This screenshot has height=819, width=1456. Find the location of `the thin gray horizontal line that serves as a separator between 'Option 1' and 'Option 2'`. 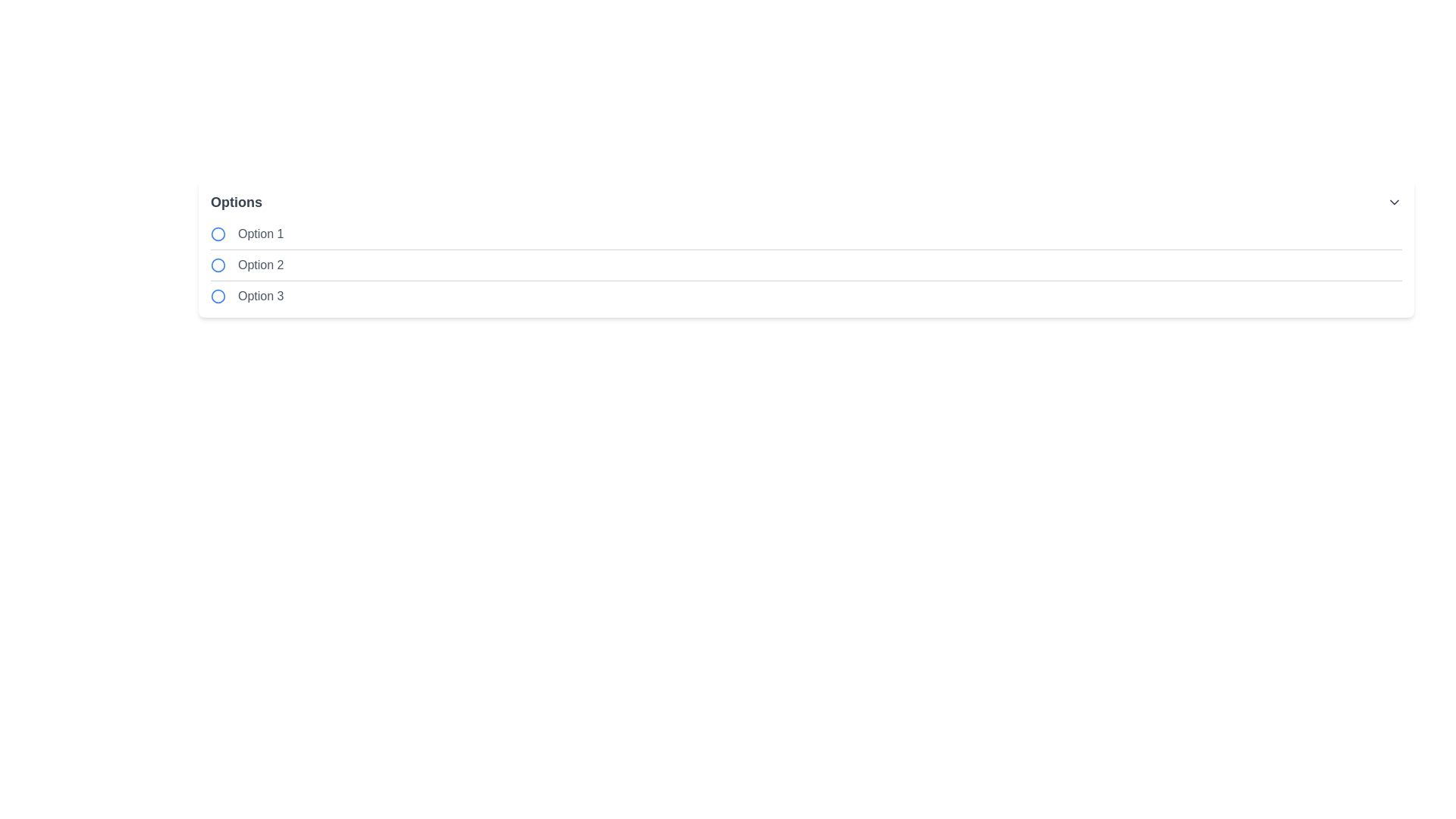

the thin gray horizontal line that serves as a separator between 'Option 1' and 'Option 2' is located at coordinates (805, 249).